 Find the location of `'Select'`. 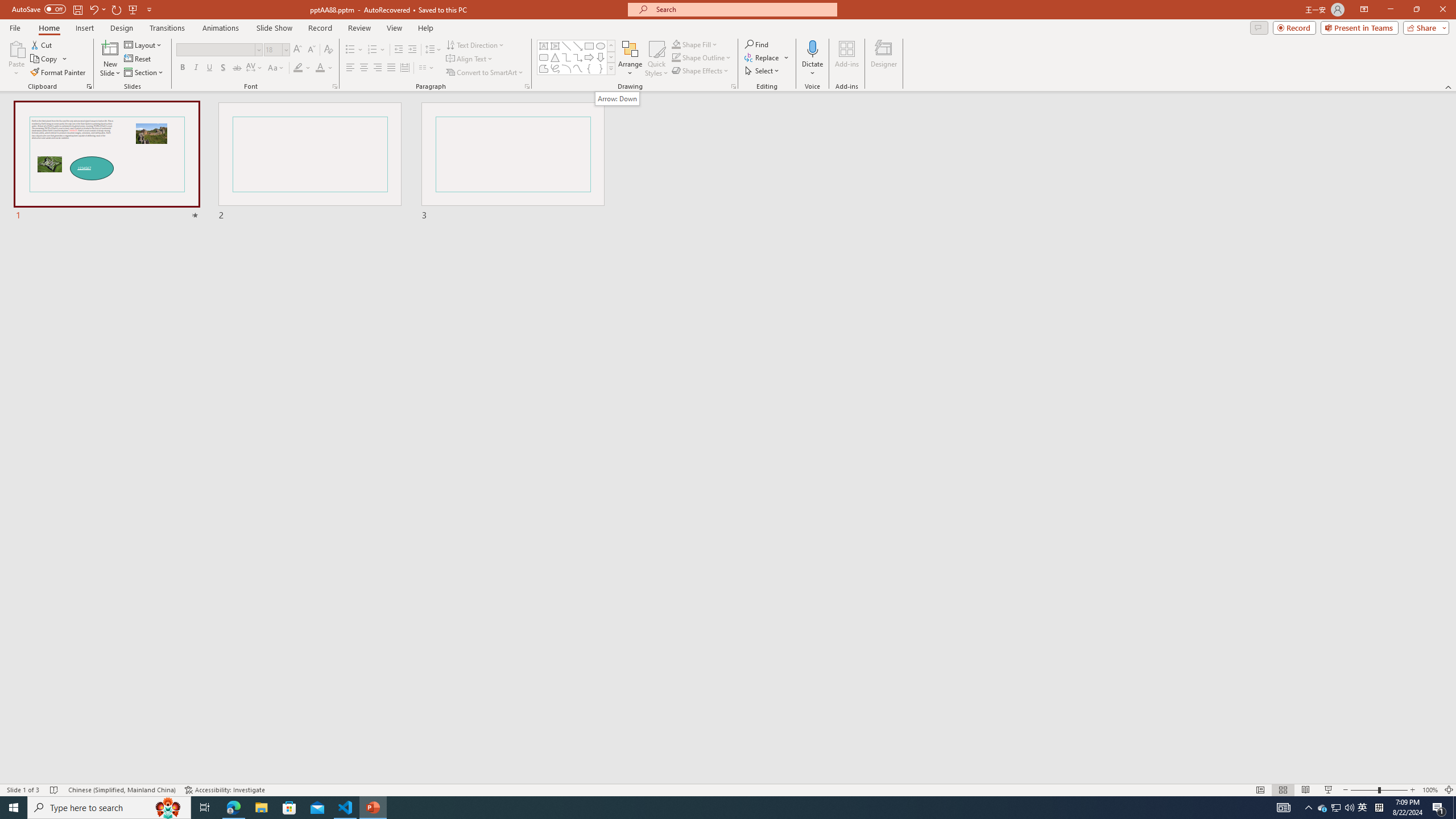

'Select' is located at coordinates (763, 69).